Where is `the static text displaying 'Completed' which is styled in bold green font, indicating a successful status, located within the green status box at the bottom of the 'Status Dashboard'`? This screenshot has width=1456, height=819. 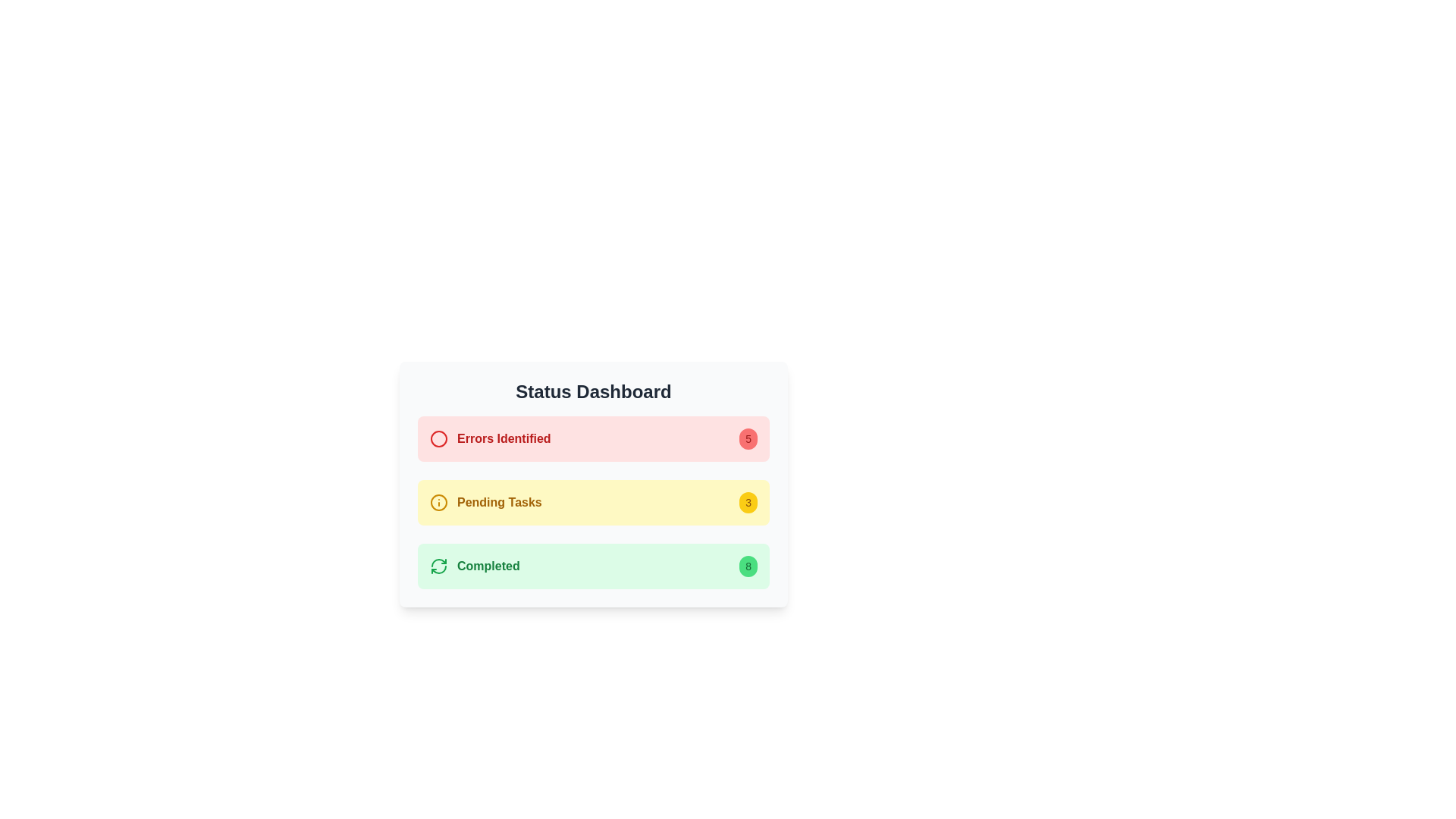
the static text displaying 'Completed' which is styled in bold green font, indicating a successful status, located within the green status box at the bottom of the 'Status Dashboard' is located at coordinates (488, 566).